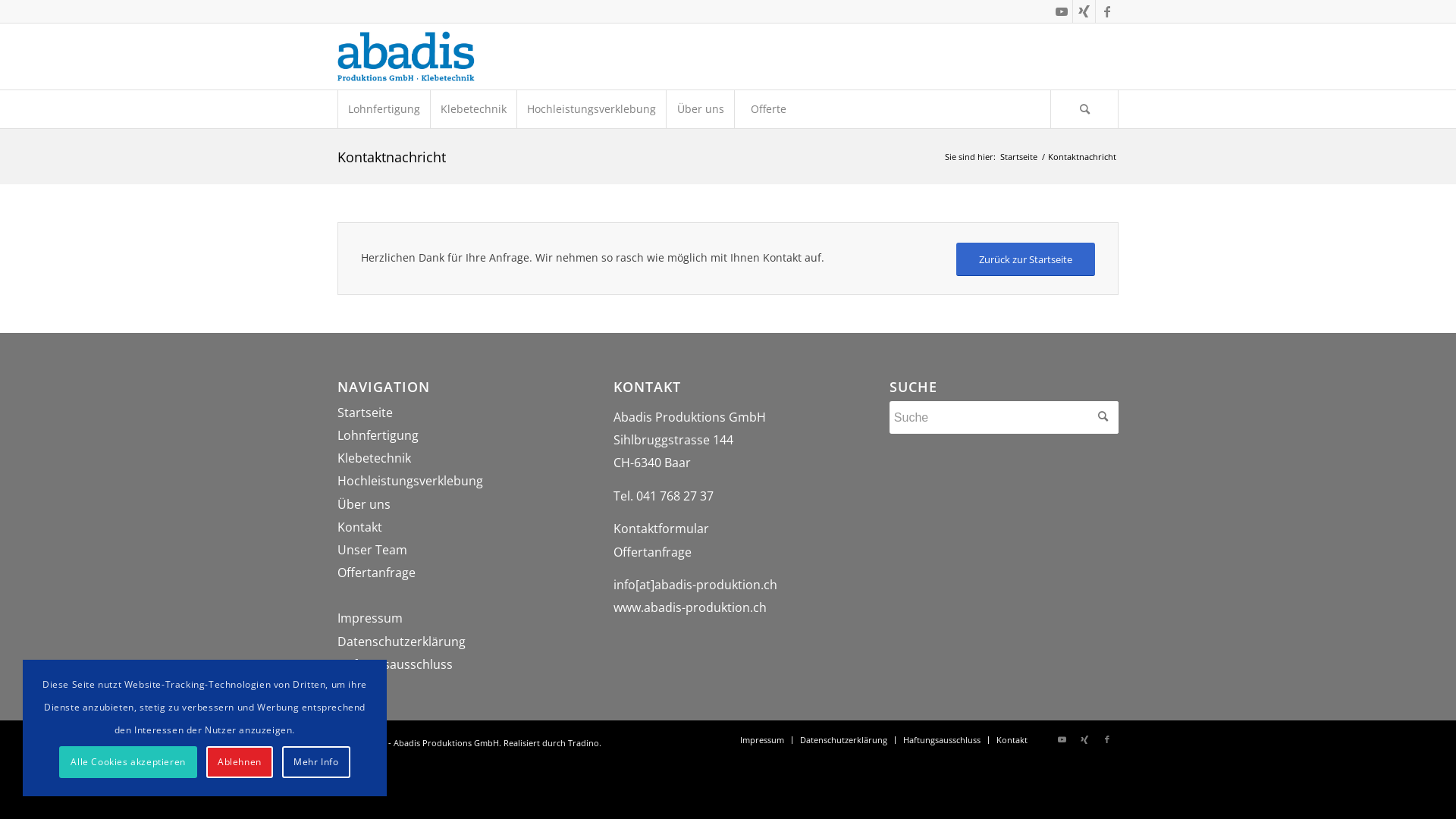  I want to click on 'Startseite', so click(365, 412).